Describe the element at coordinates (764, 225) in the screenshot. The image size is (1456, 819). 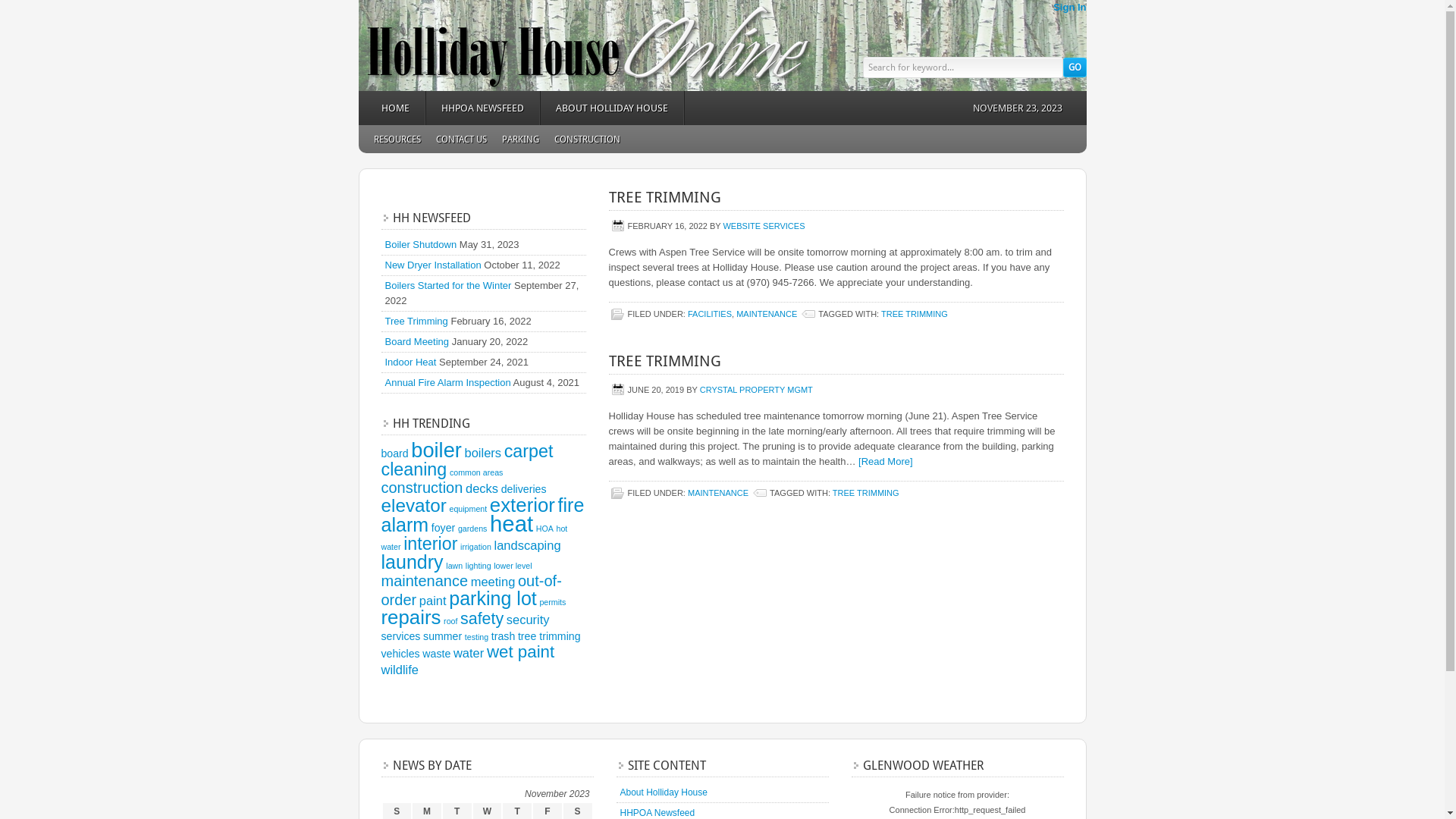
I see `'WEBSITE SERVICES'` at that location.